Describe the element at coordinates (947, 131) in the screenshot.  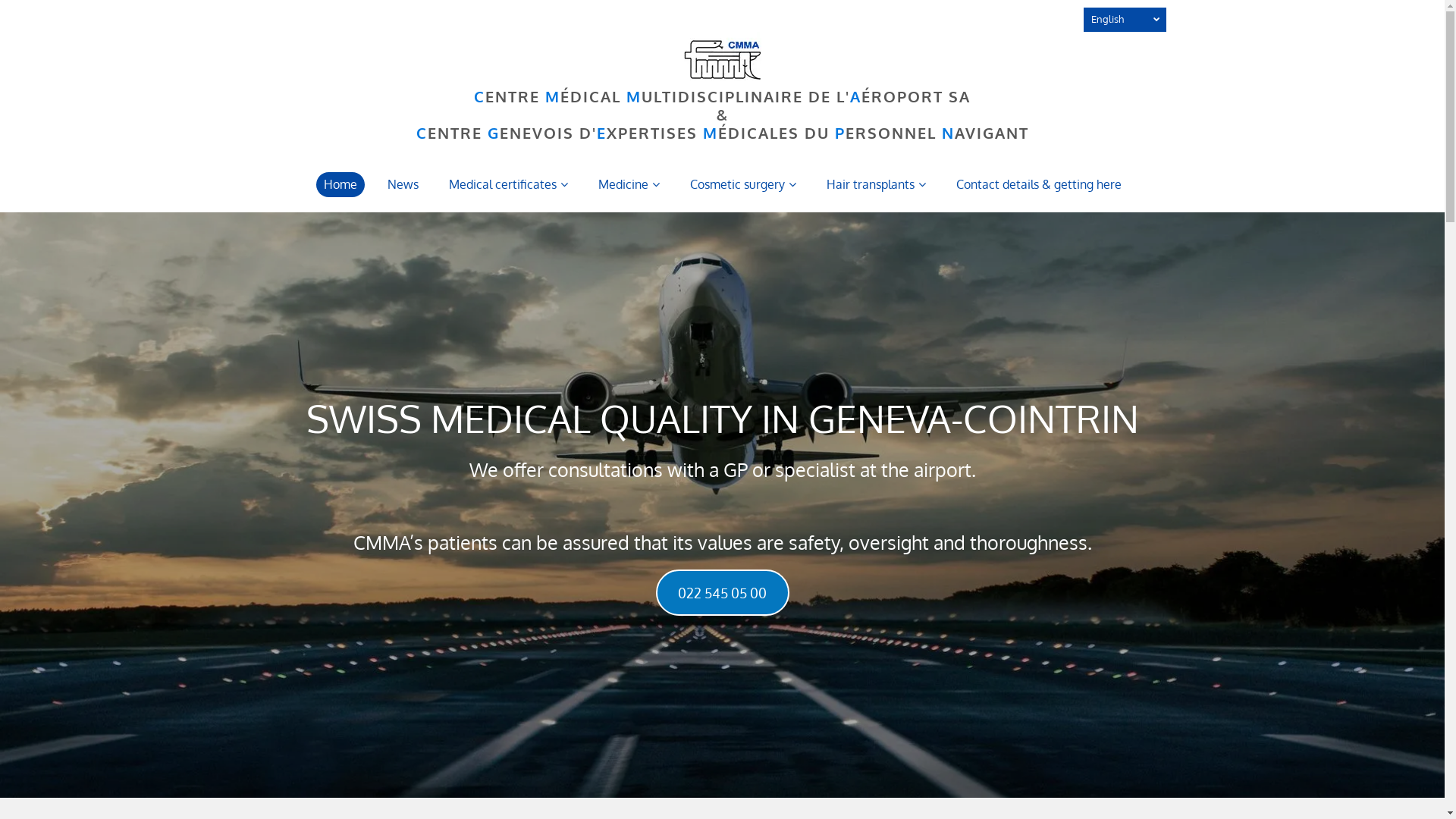
I see `'N'` at that location.